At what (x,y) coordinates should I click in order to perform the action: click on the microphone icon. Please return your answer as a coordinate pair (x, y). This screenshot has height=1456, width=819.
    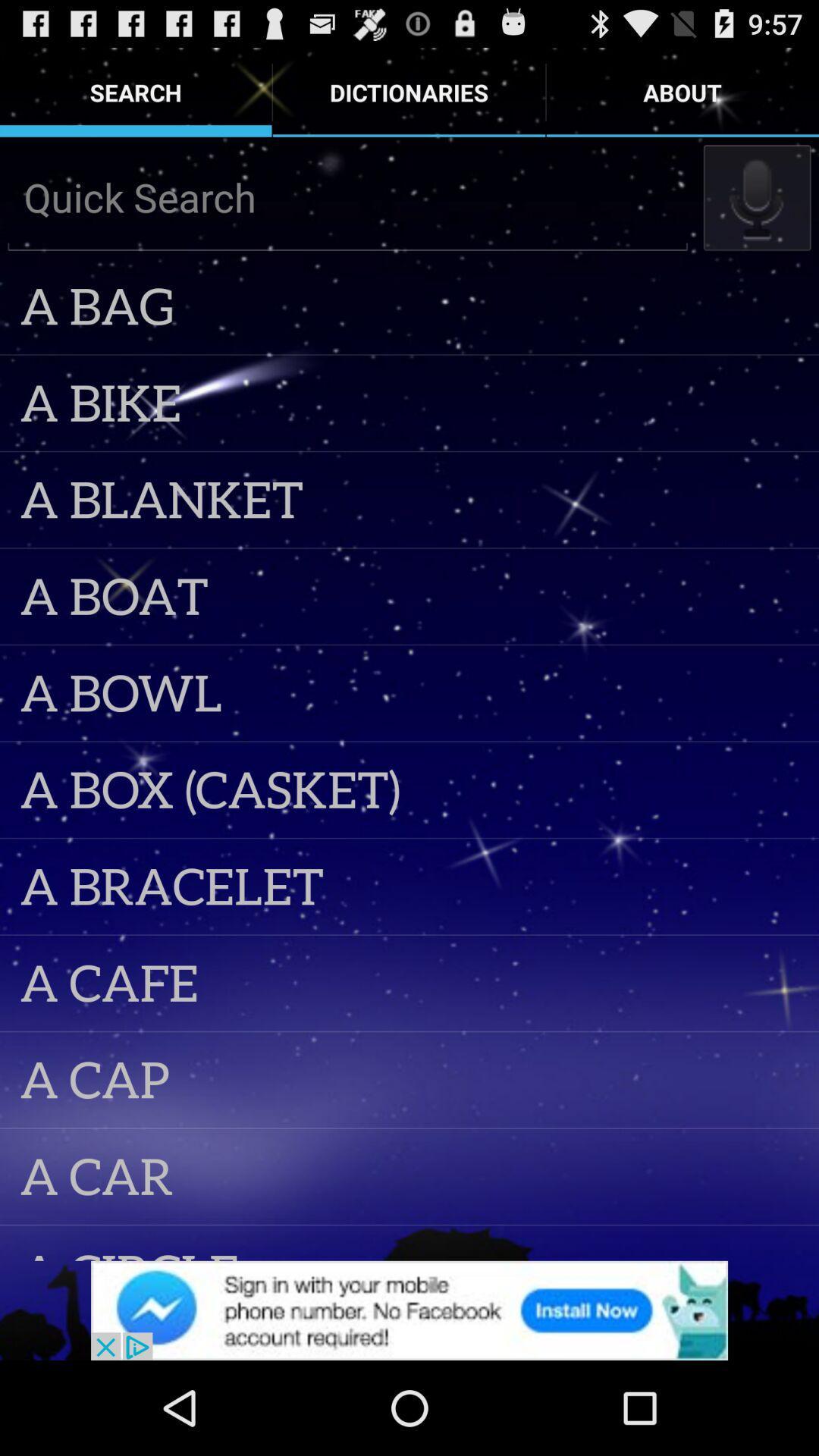
    Looking at the image, I should click on (757, 211).